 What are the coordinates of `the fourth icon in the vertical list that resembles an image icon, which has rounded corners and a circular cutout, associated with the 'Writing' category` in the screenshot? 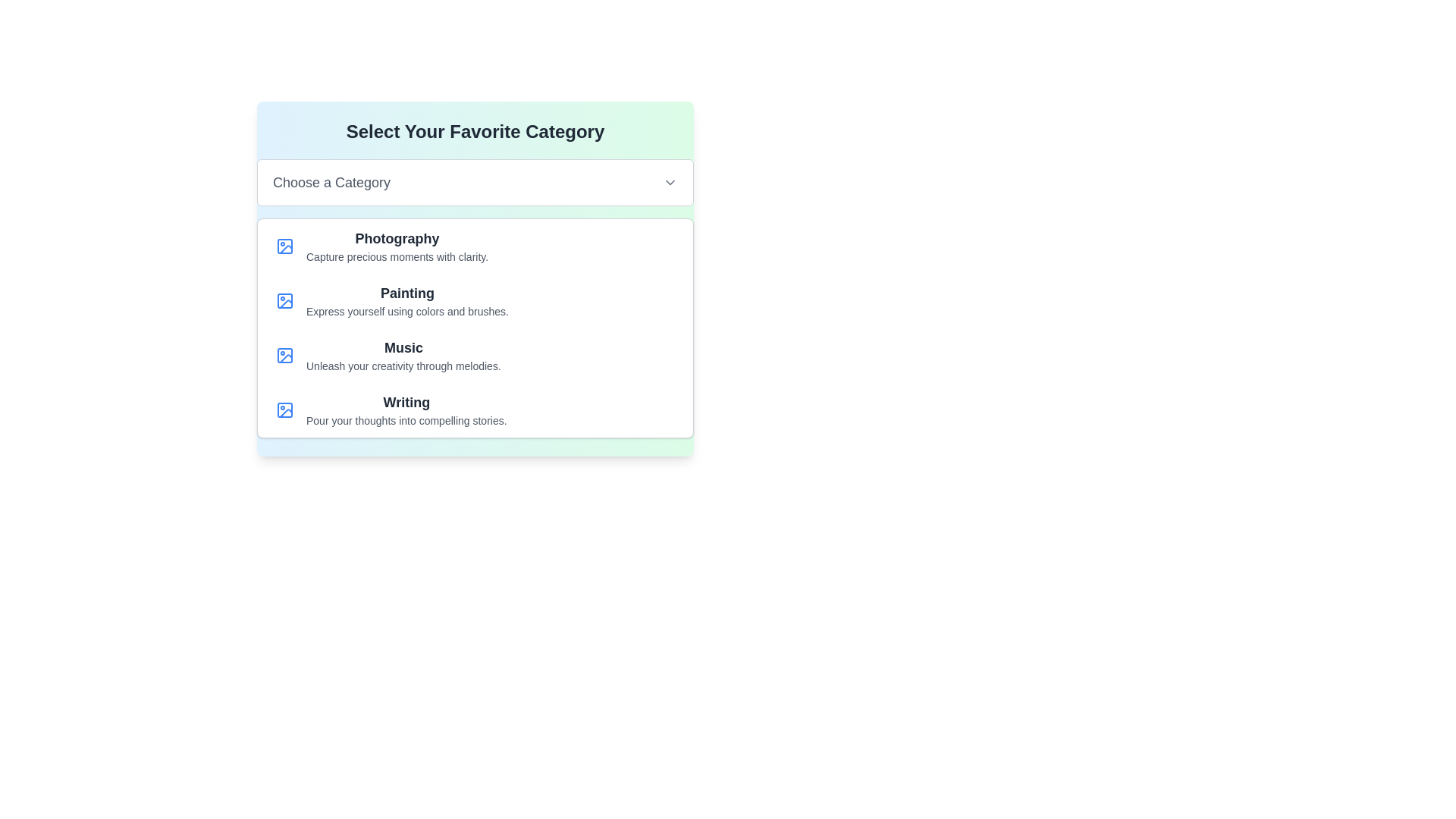 It's located at (284, 409).